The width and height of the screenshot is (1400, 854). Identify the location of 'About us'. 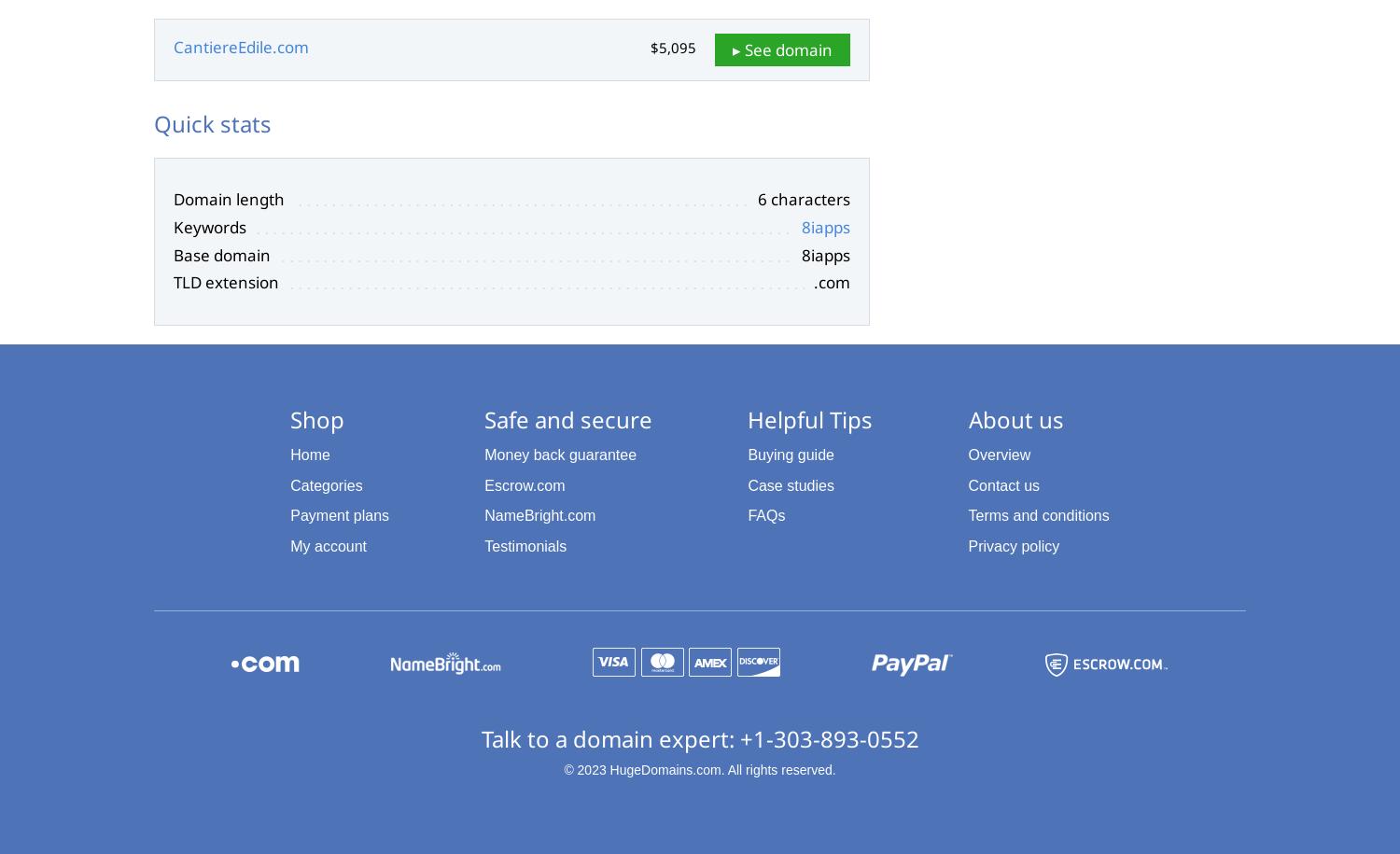
(967, 418).